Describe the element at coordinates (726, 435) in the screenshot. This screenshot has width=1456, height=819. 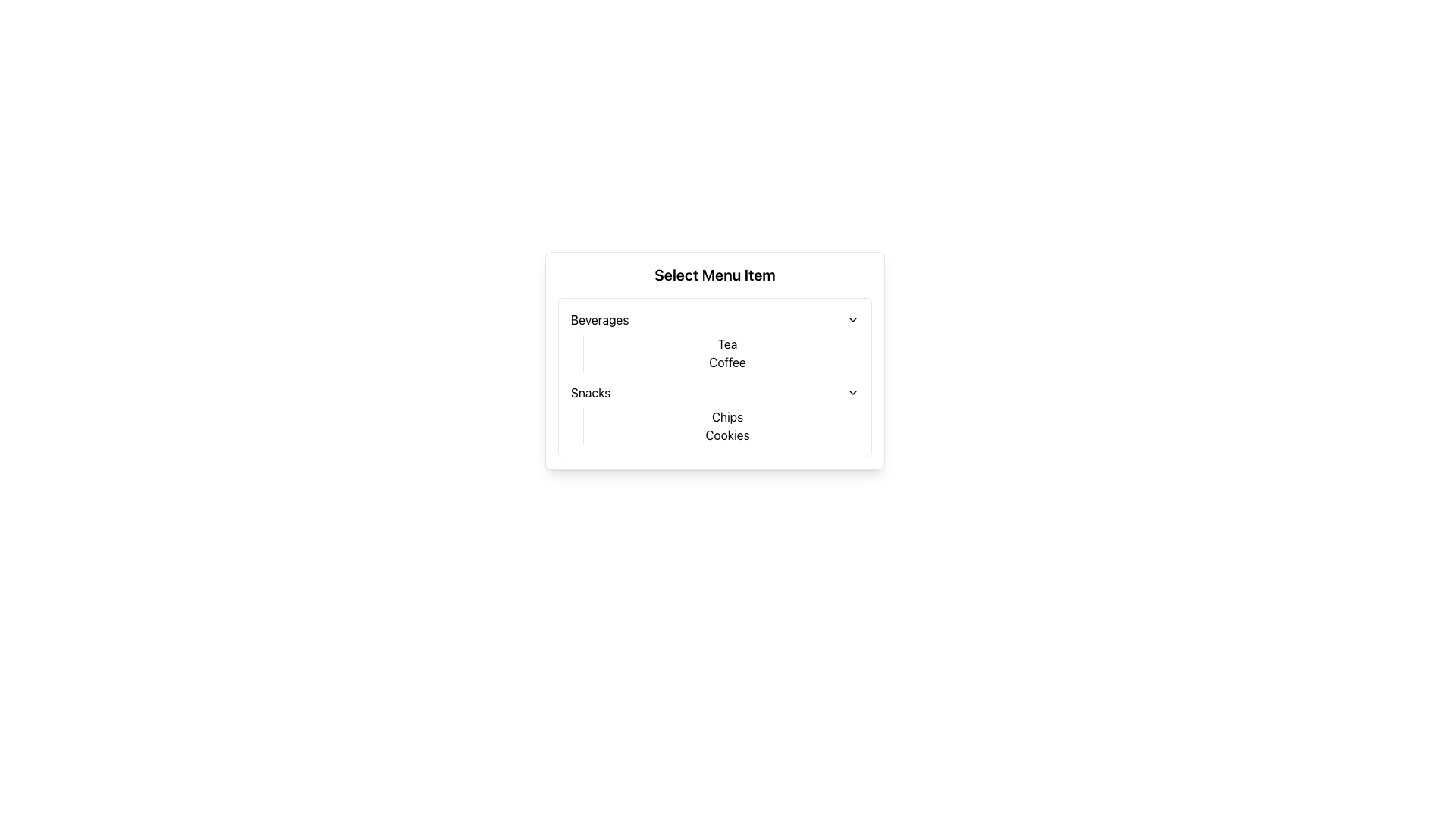
I see `the static Text label indicating an option related to snacks in the menu, which is the second item under the 'Snacks' category` at that location.